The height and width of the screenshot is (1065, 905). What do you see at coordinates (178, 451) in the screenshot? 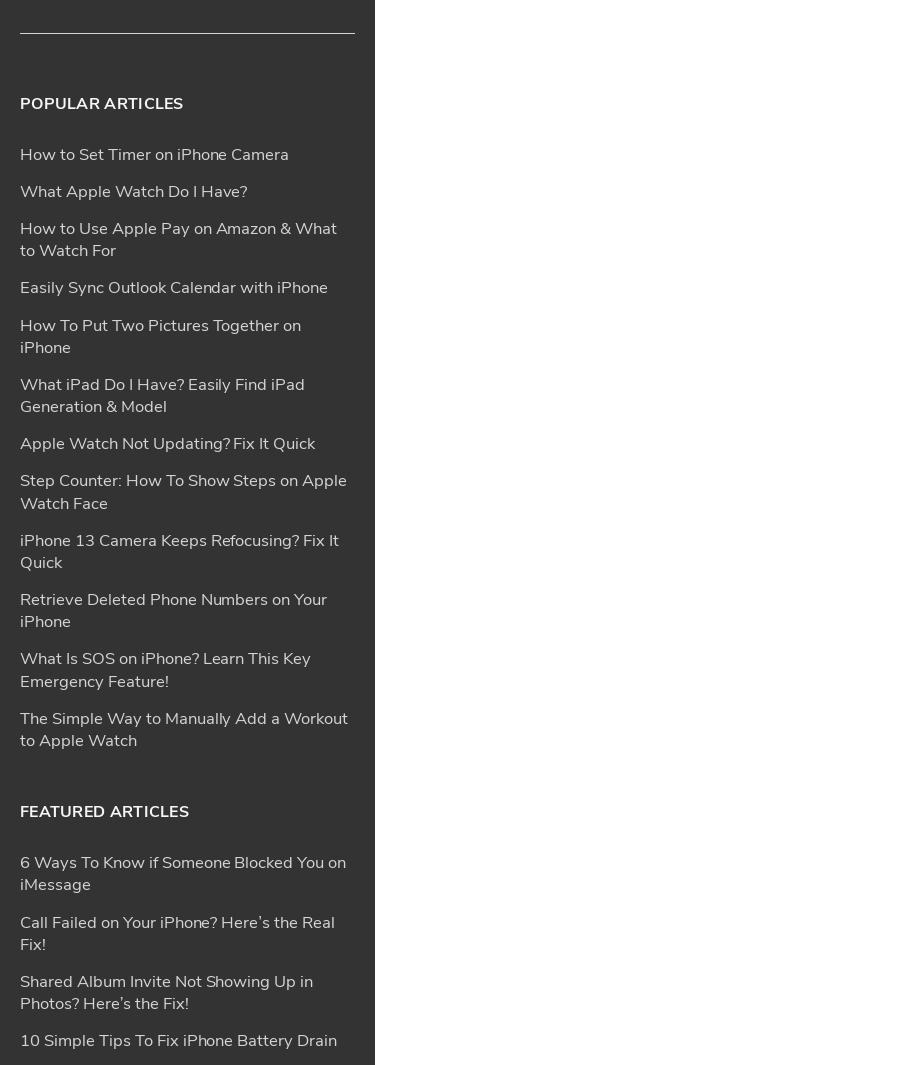
I see `'10 Simple Tips To Fix iPhone Battery Drain'` at bounding box center [178, 451].